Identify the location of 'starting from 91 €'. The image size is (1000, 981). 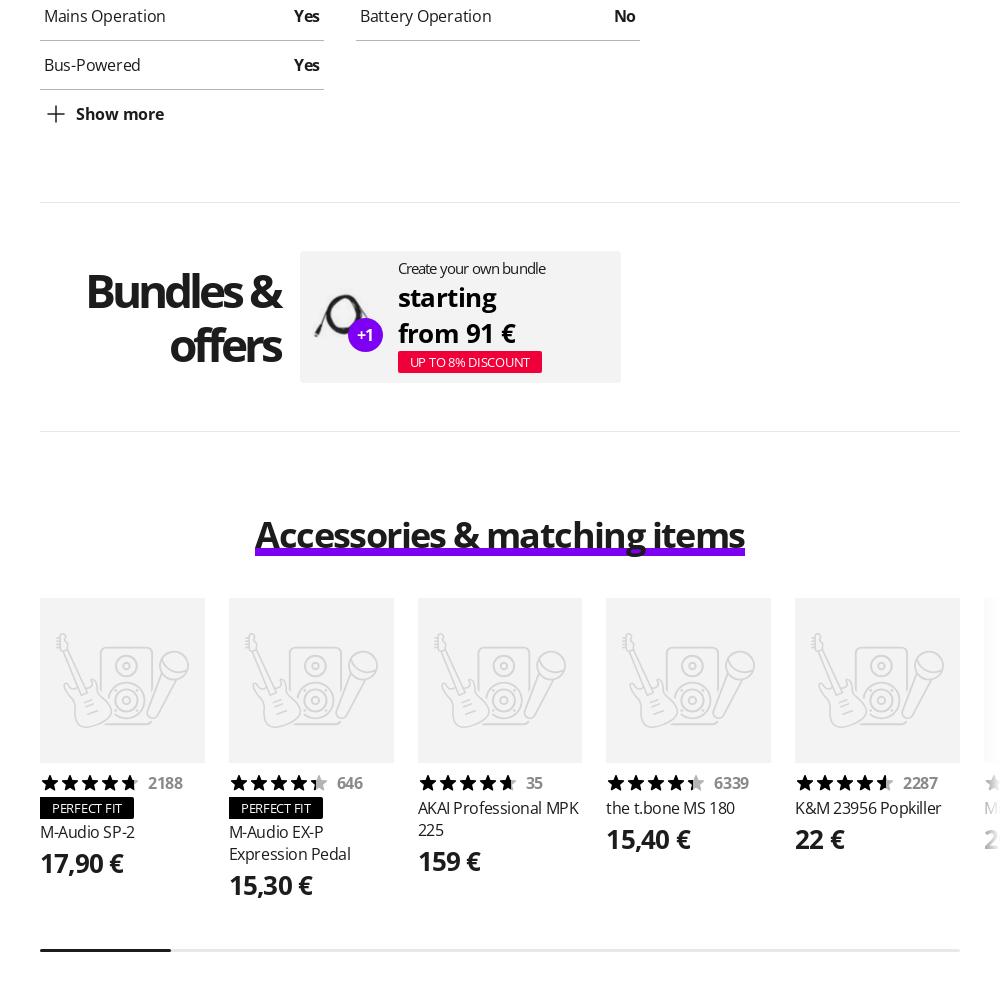
(455, 313).